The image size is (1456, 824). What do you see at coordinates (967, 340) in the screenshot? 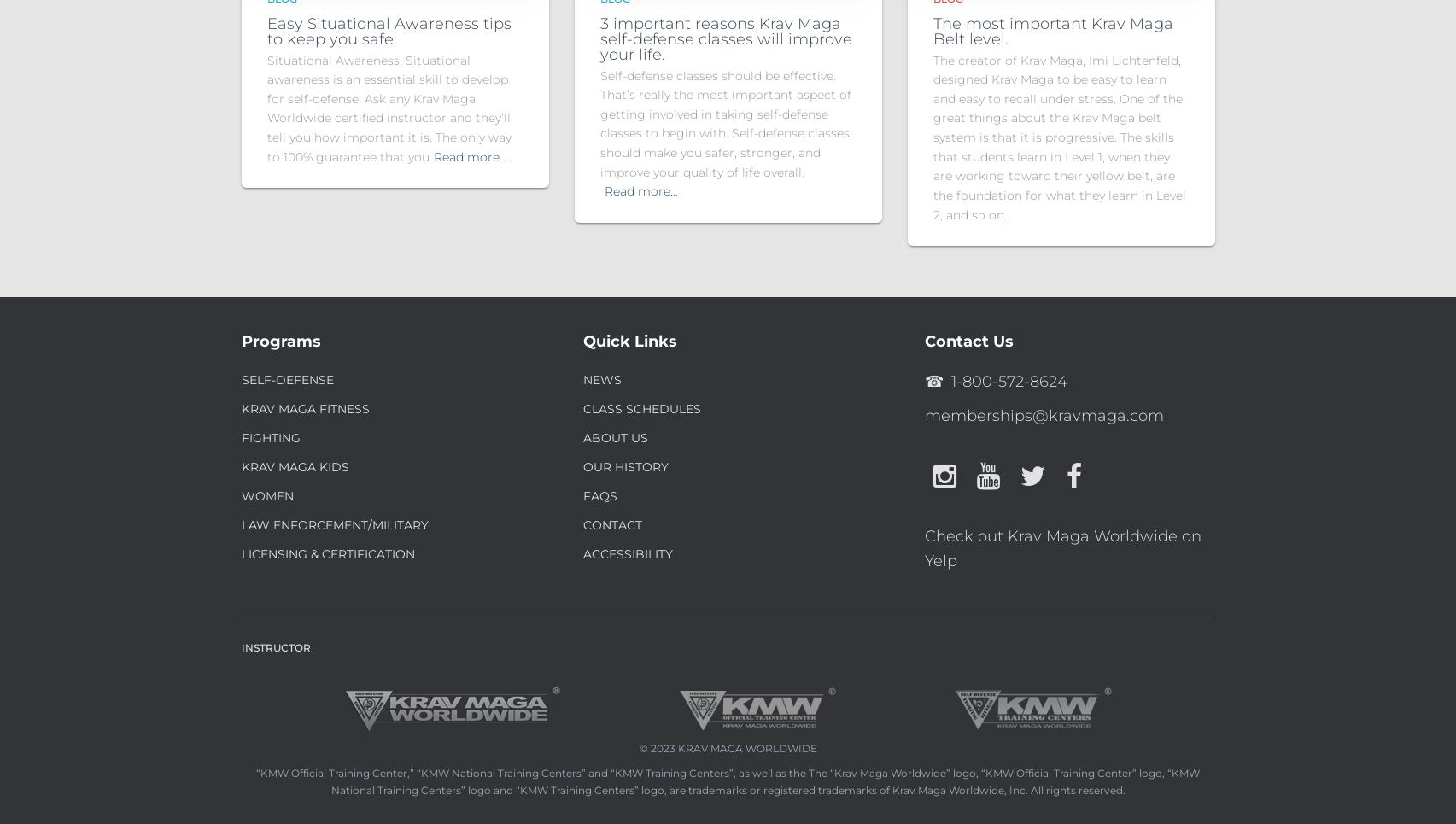
I see `'Contact Us'` at bounding box center [967, 340].